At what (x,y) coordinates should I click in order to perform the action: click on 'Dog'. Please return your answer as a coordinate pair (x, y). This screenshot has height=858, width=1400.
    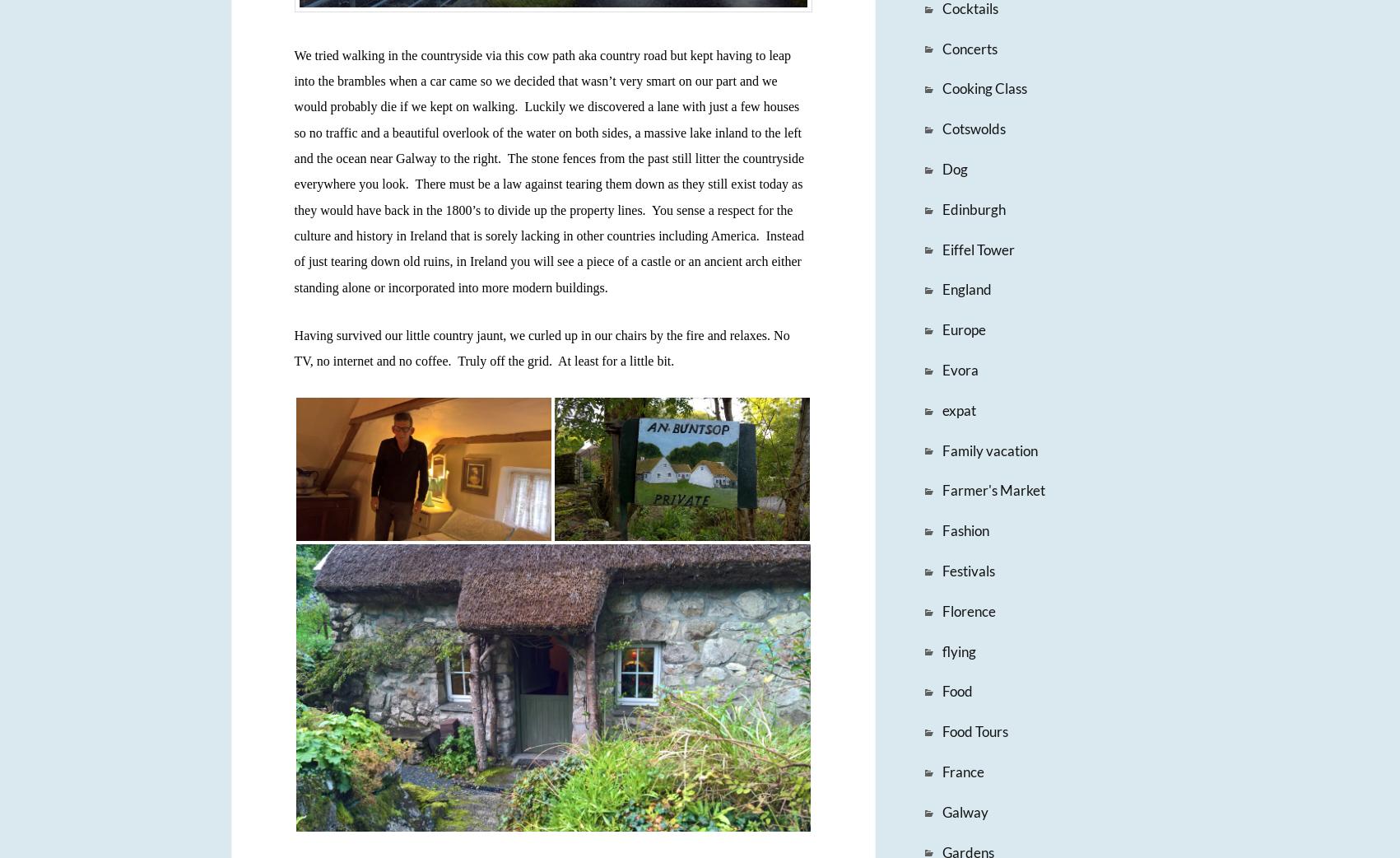
    Looking at the image, I should click on (953, 168).